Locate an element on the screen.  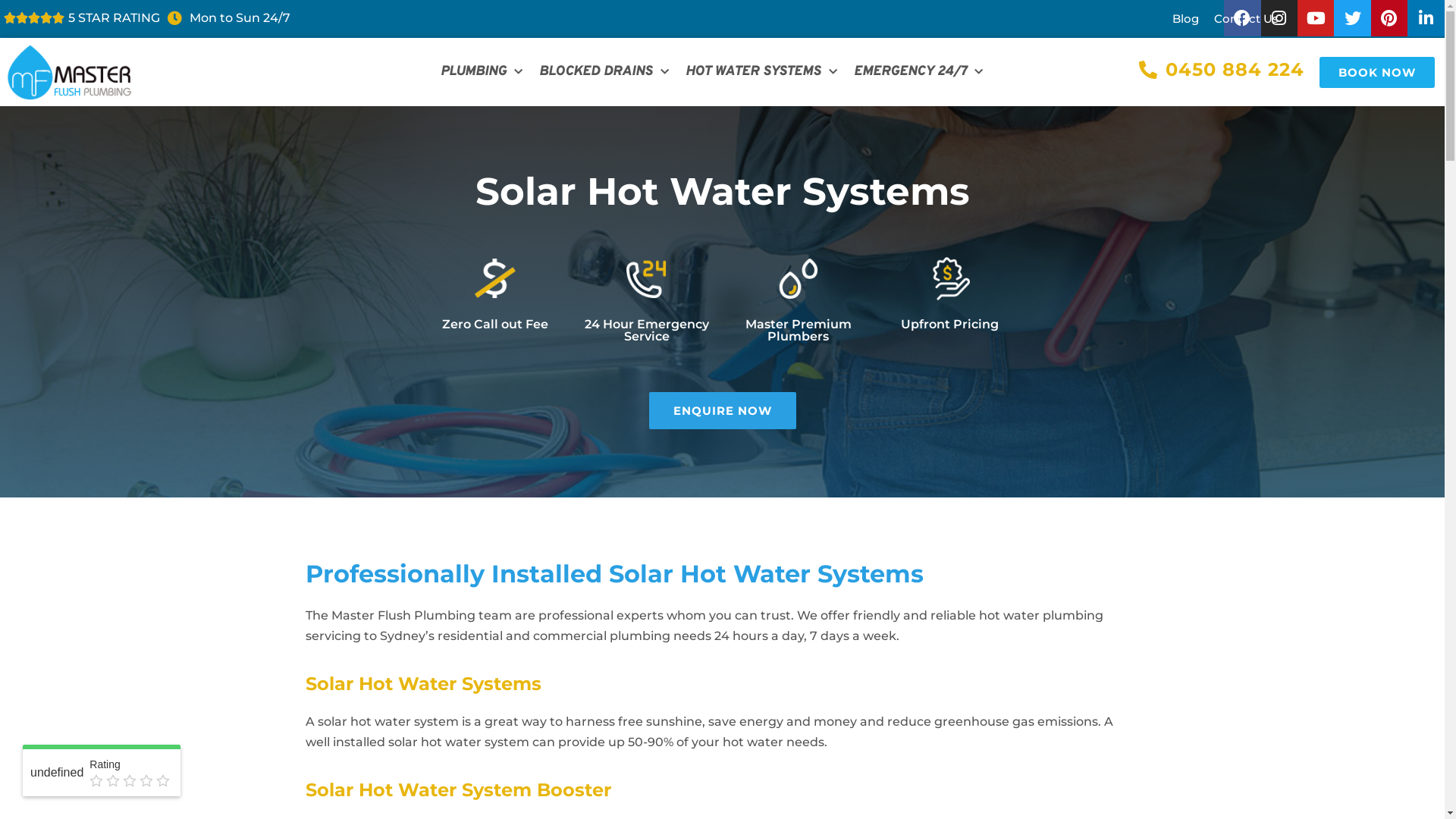
'EMERGENCY 24/7' is located at coordinates (917, 72).